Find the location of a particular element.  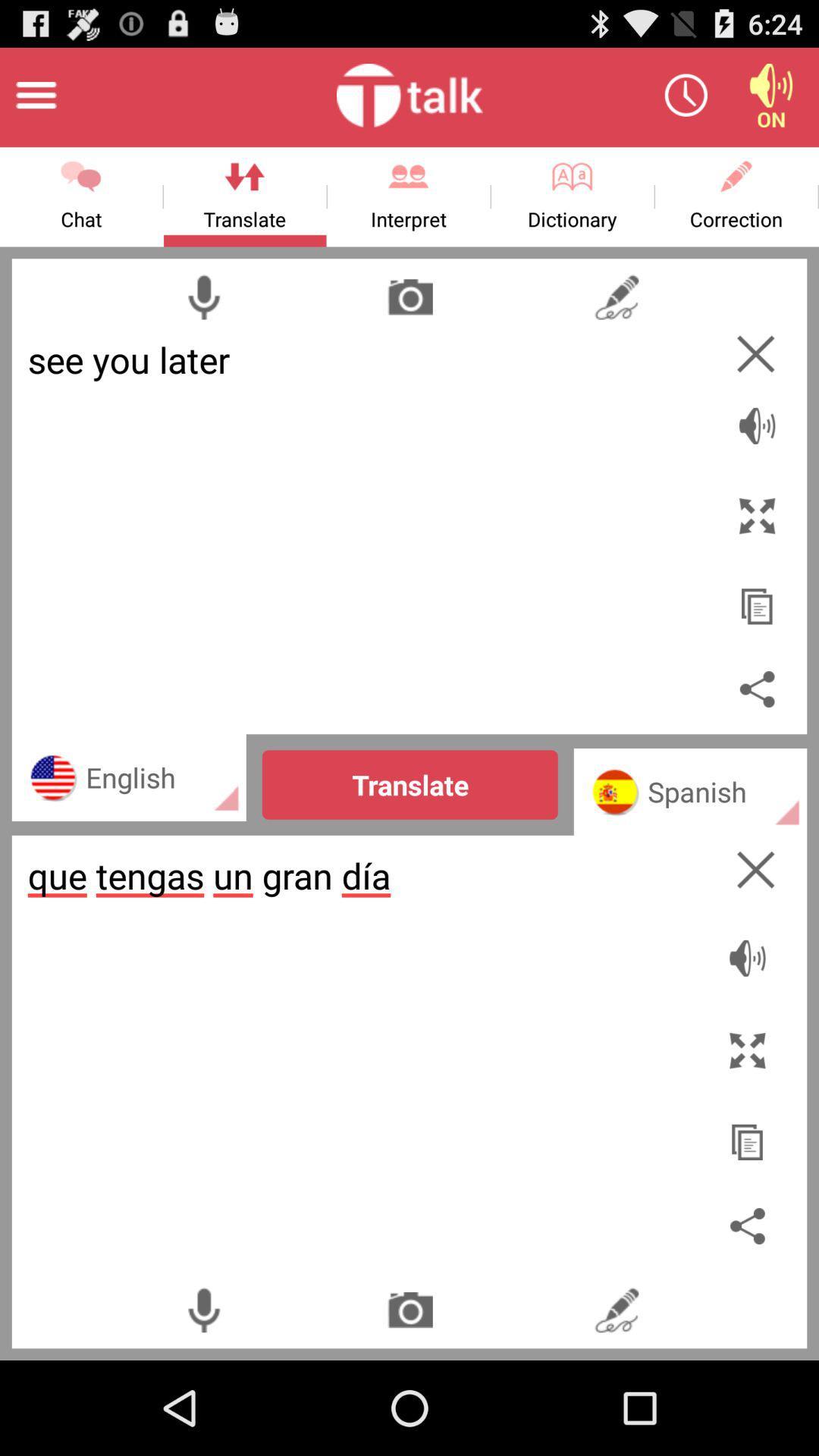

current page is located at coordinates (755, 870).